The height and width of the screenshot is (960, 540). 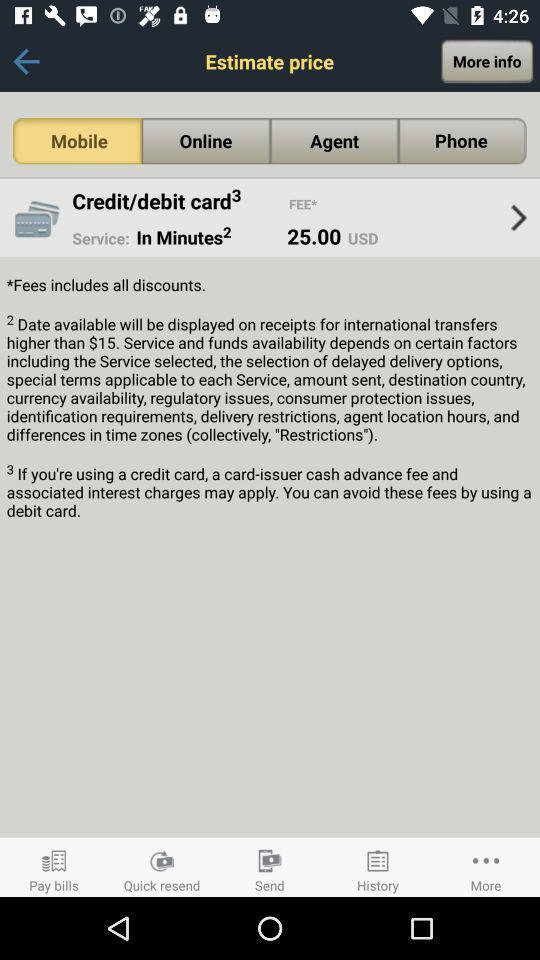 What do you see at coordinates (100, 238) in the screenshot?
I see `the app next to the in minutes2 icon` at bounding box center [100, 238].